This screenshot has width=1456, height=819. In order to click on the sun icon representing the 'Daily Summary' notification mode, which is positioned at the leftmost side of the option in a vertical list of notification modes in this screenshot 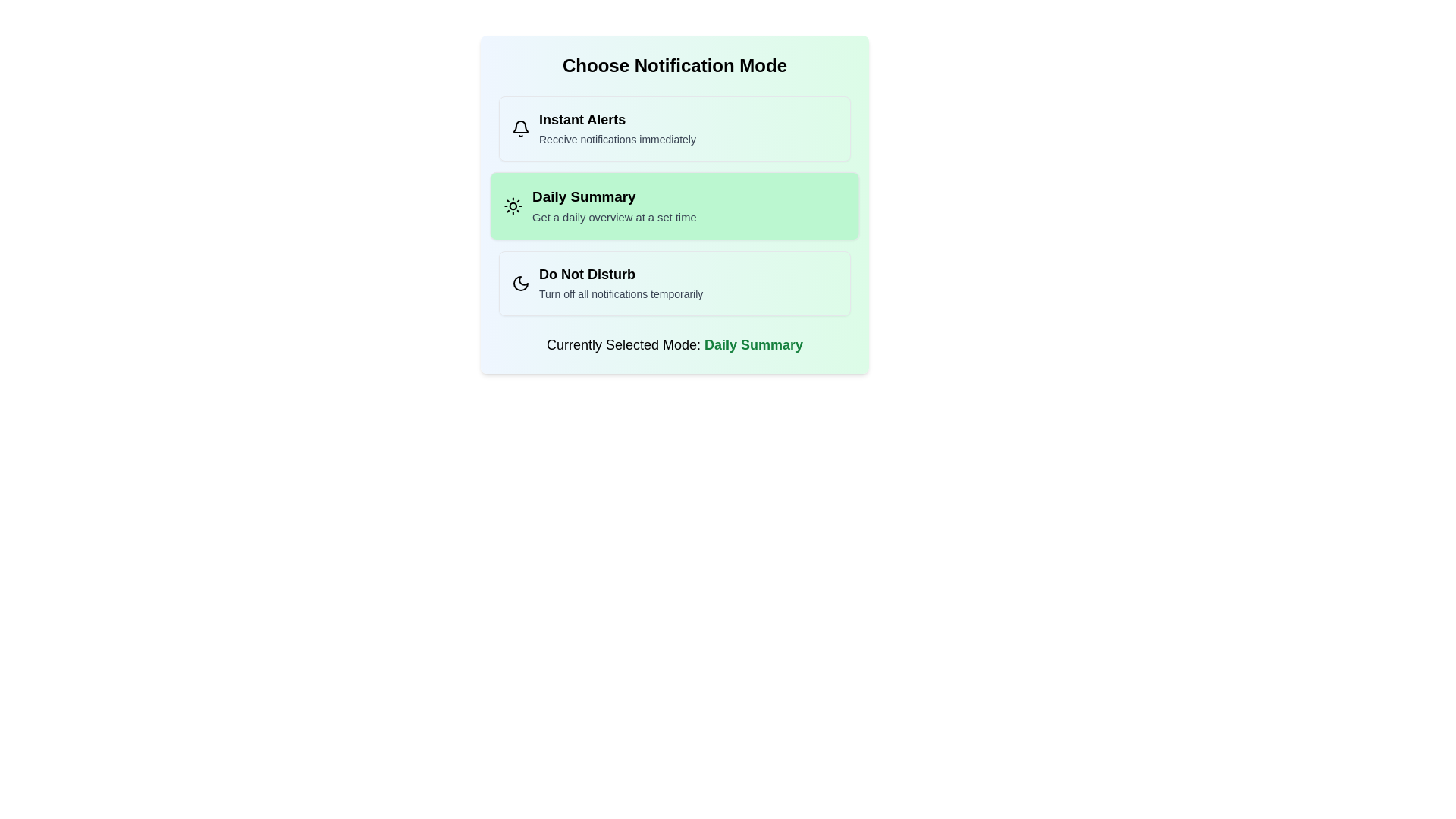, I will do `click(513, 206)`.